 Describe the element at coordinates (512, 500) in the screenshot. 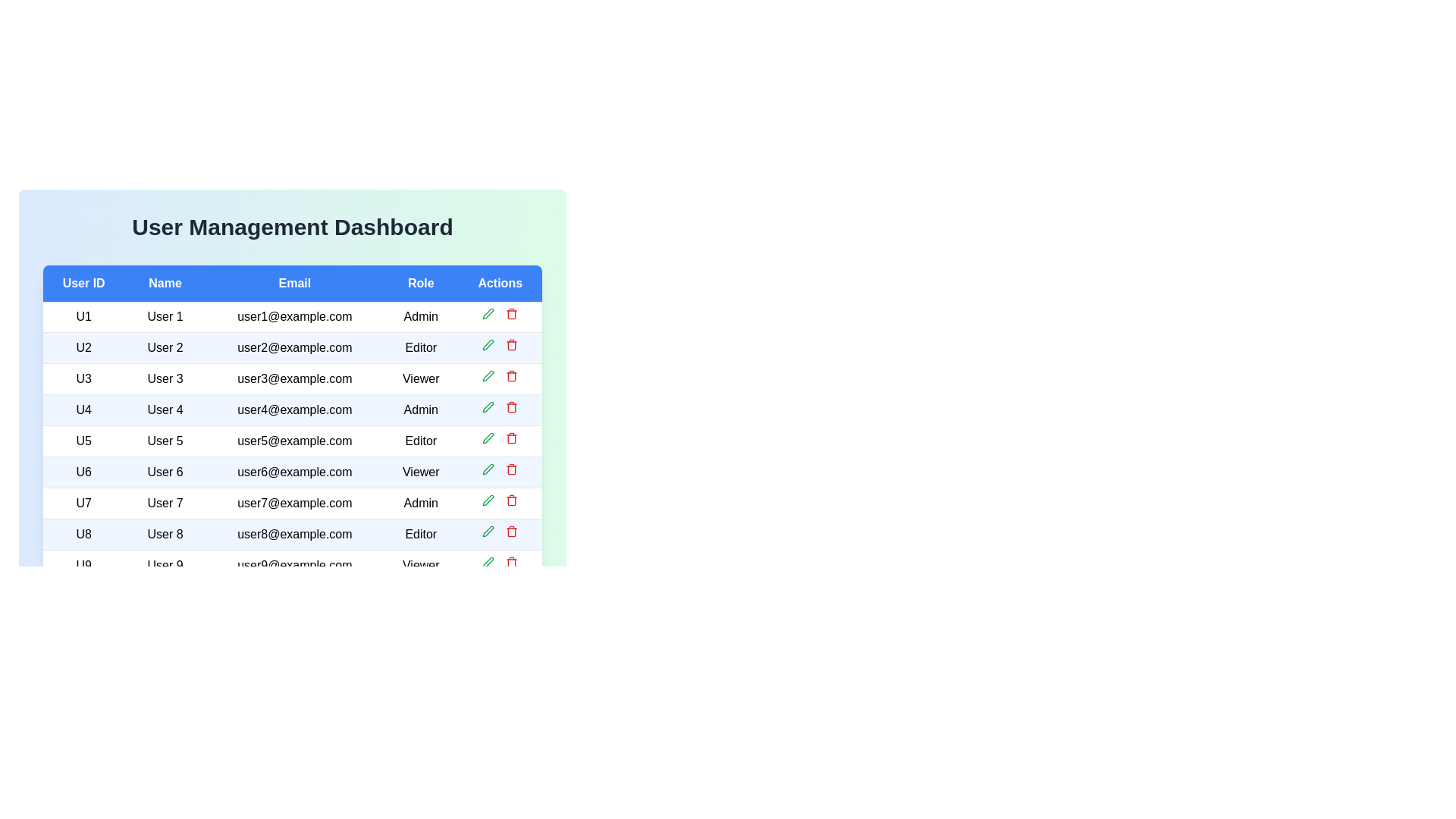

I see `delete button for the user with ID U7` at that location.